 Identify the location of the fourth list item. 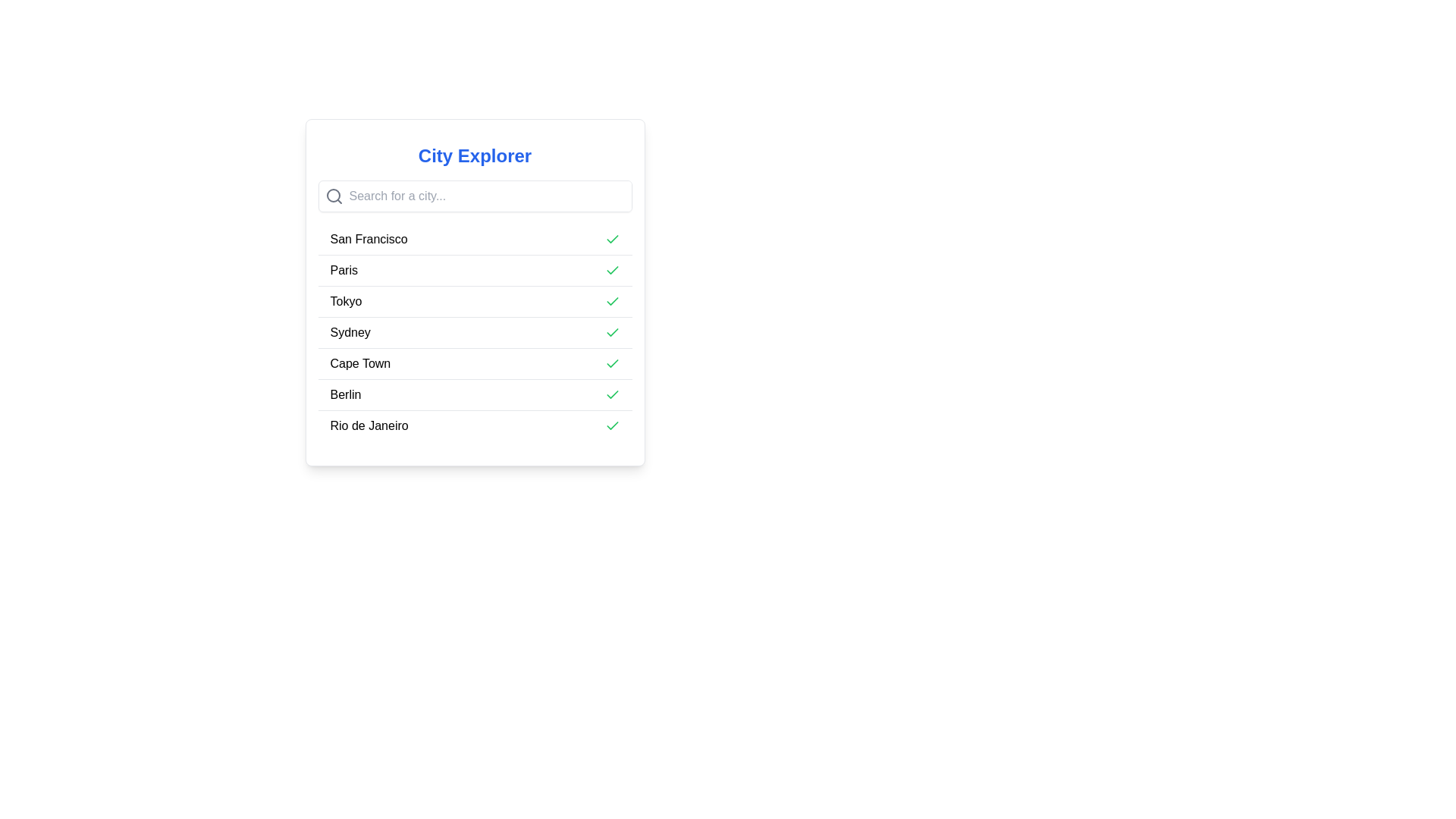
(474, 332).